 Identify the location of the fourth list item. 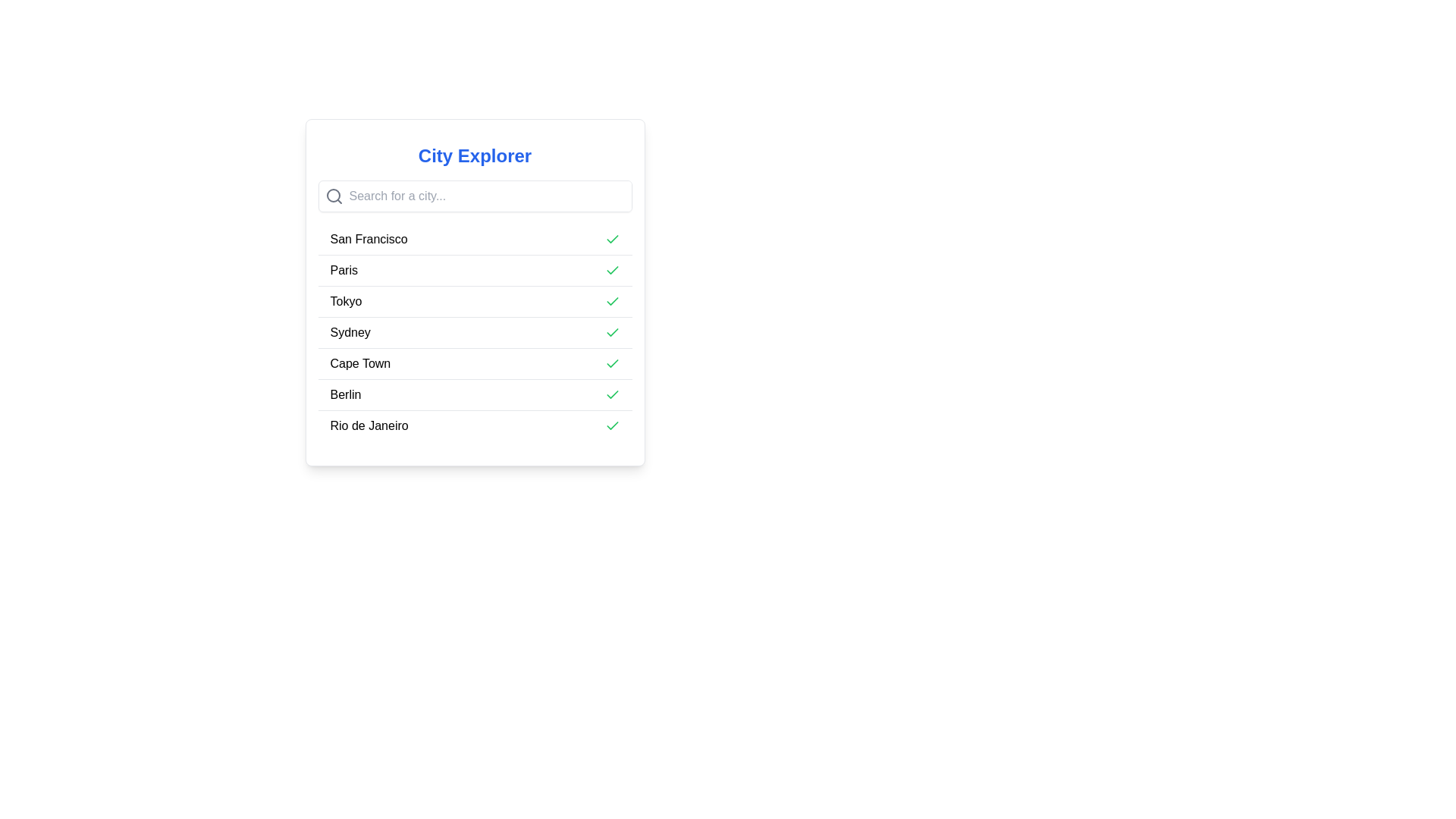
(474, 332).